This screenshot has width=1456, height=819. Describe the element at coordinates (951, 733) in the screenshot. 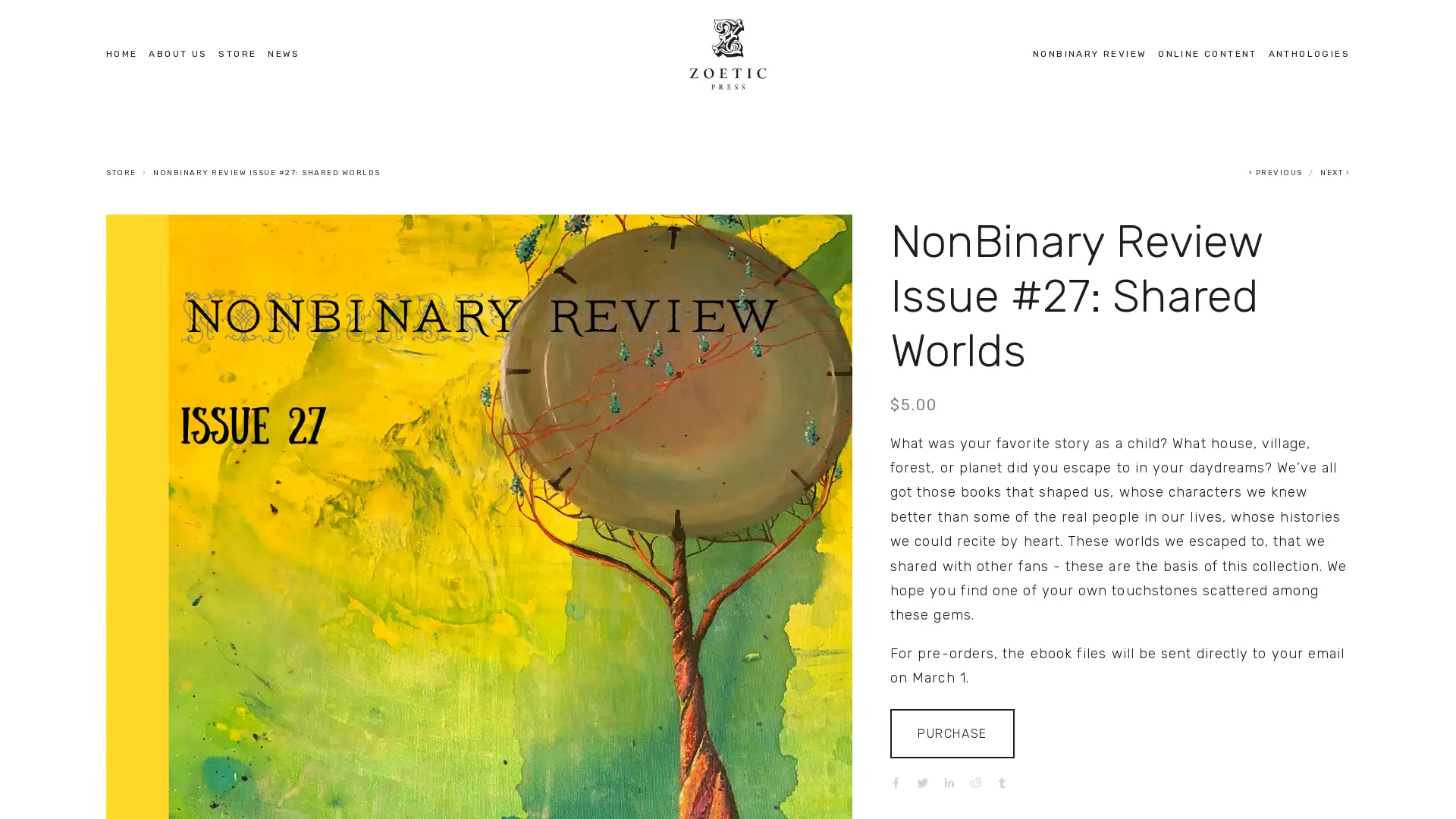

I see `PURCHASE` at that location.